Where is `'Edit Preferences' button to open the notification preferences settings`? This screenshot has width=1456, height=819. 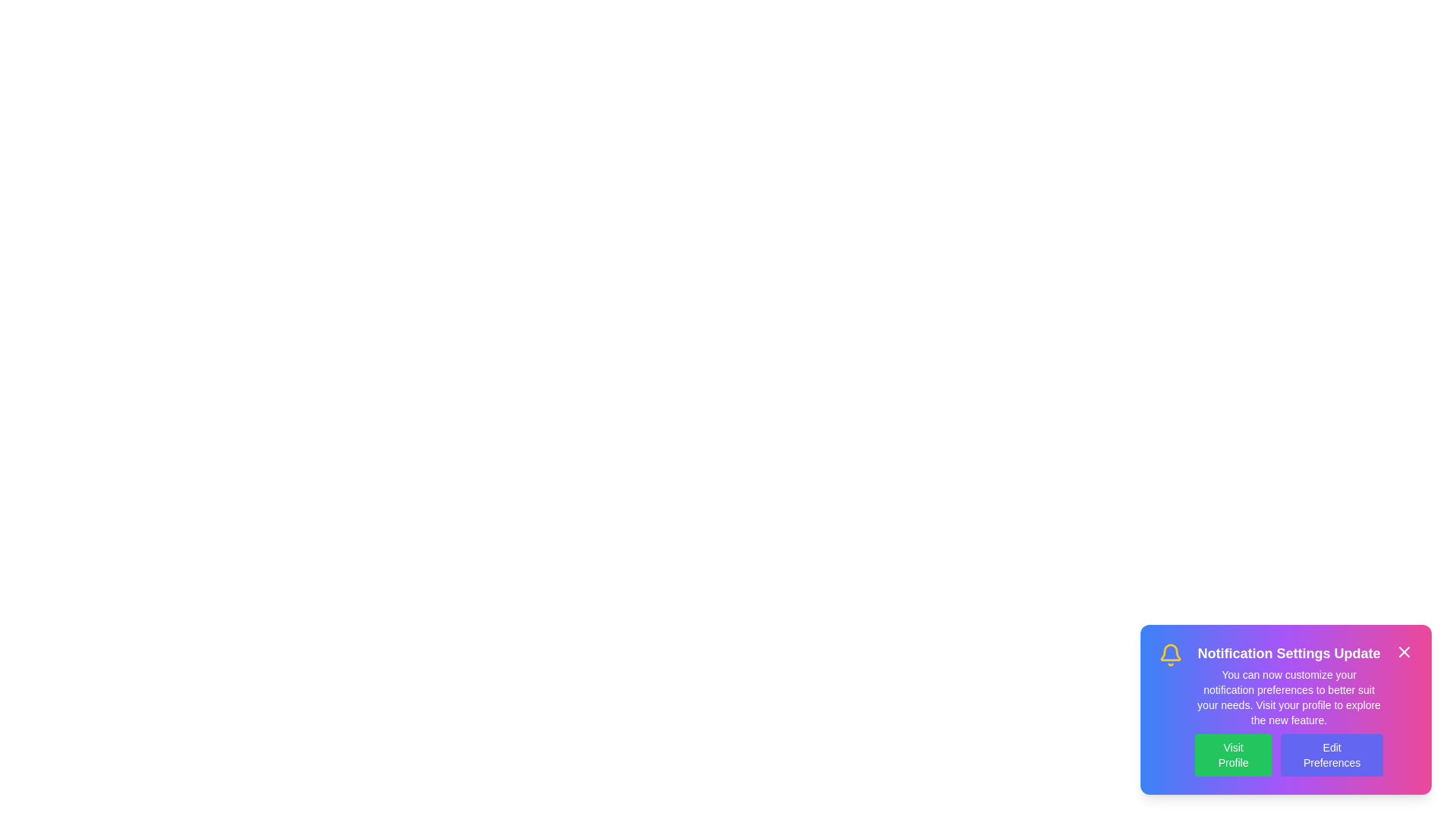 'Edit Preferences' button to open the notification preferences settings is located at coordinates (1331, 755).